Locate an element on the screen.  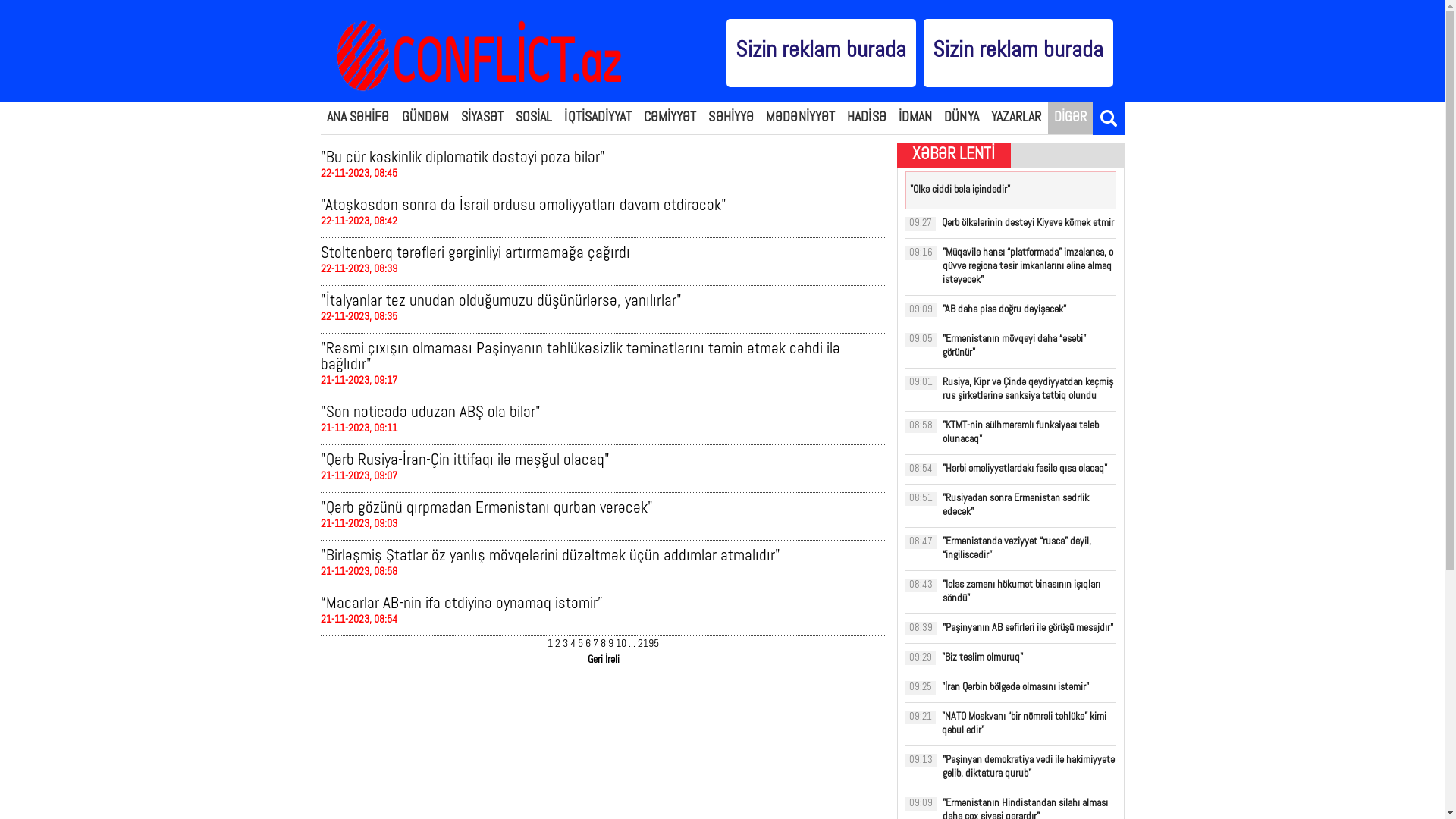
'Geri' is located at coordinates (593, 659).